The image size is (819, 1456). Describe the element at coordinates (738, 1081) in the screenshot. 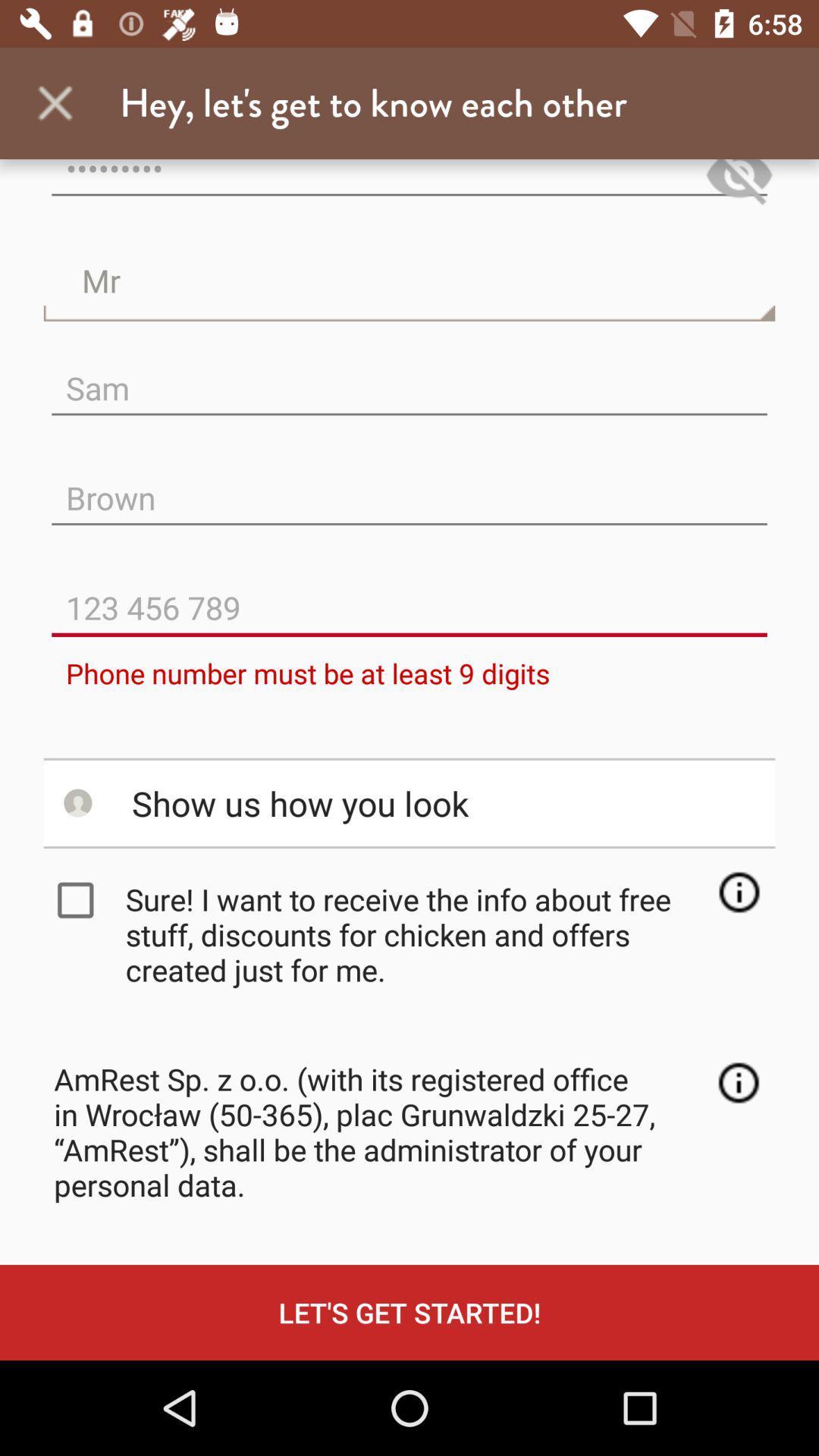

I see `the info icon` at that location.